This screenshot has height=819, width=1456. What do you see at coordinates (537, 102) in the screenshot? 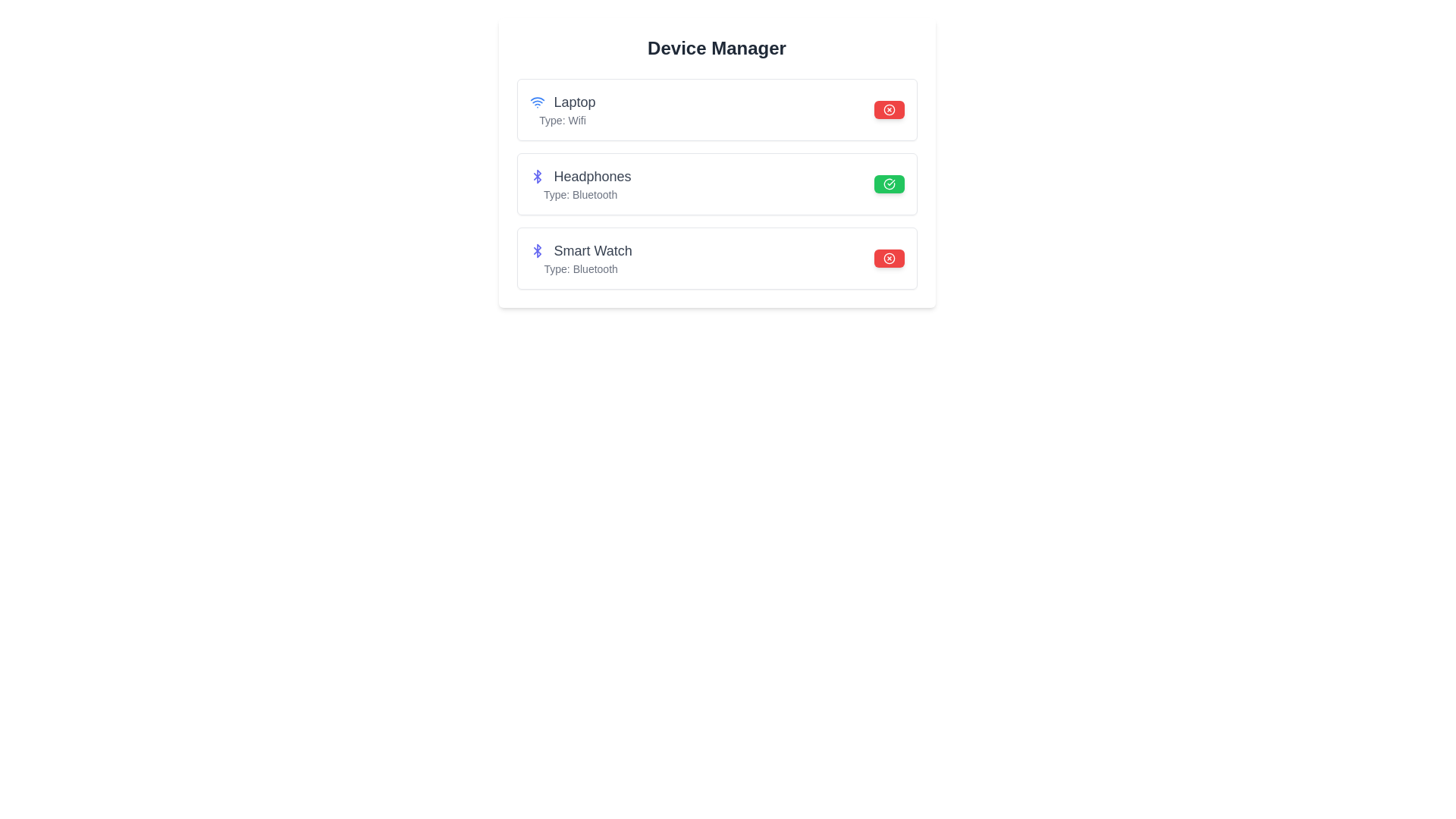
I see `the WiFi icon located to the left of the 'Laptop' text label, which indicates the WiFi connection type for the Laptop entry` at bounding box center [537, 102].